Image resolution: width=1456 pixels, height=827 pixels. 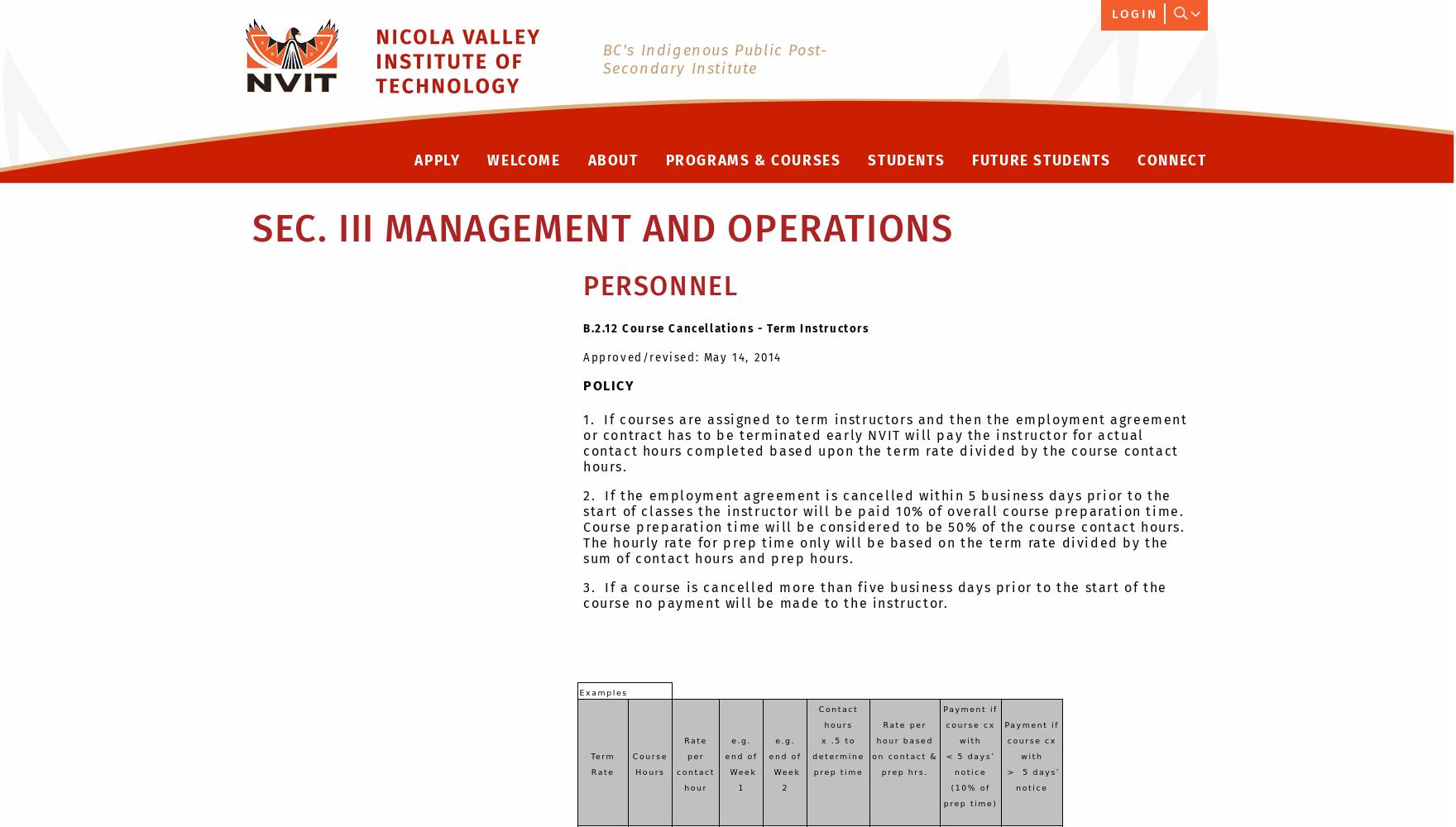 I want to click on 'Contact hours', so click(x=817, y=715).